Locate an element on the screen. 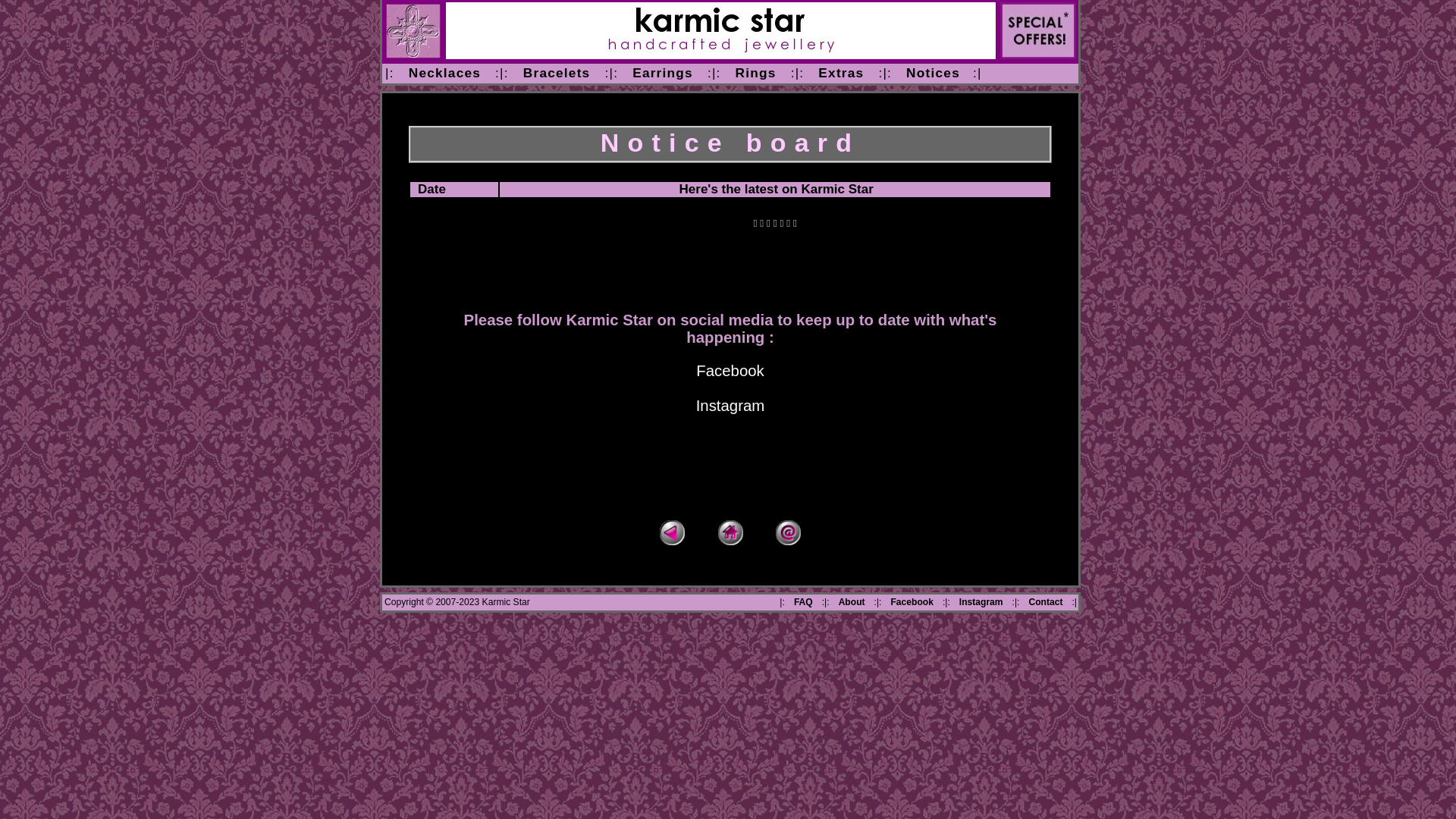 The height and width of the screenshot is (819, 1456). 'Back' is located at coordinates (644, 532).